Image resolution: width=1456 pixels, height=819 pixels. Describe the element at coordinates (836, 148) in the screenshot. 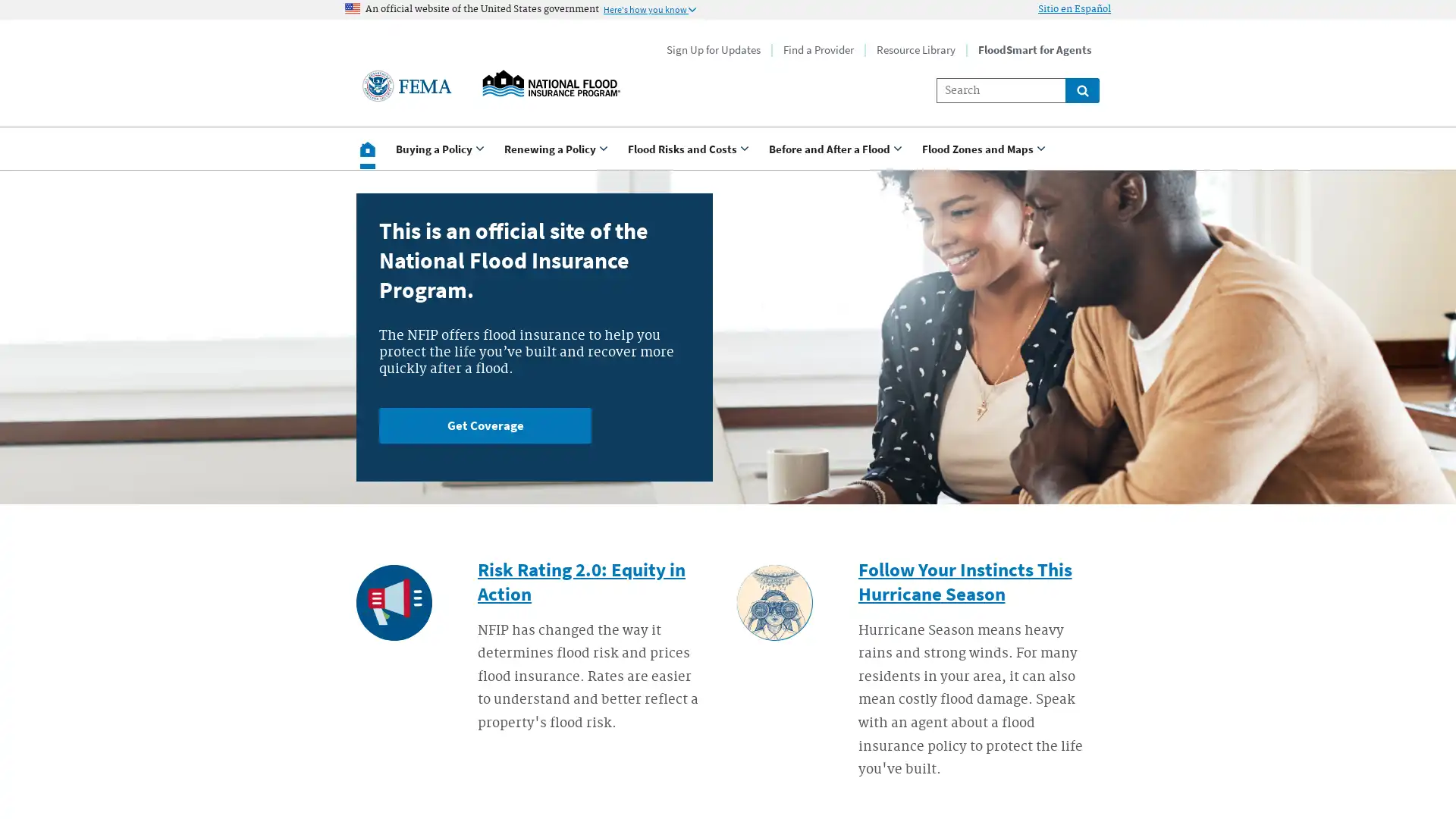

I see `Use <enter> and shift + <enter> to open and close the drop down to sub-menus` at that location.